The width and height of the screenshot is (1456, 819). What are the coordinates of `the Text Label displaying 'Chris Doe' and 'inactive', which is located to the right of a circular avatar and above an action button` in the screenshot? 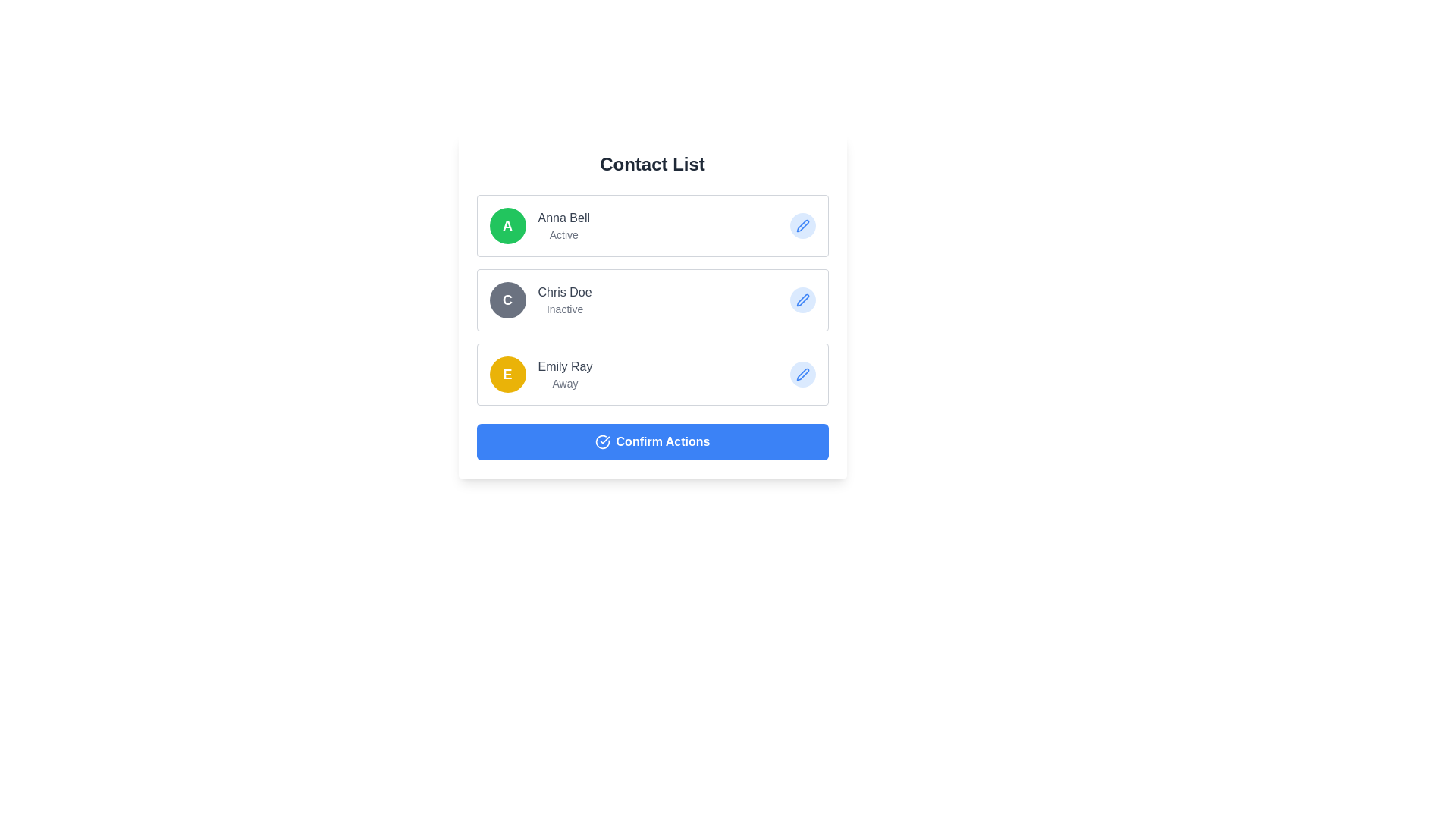 It's located at (564, 300).